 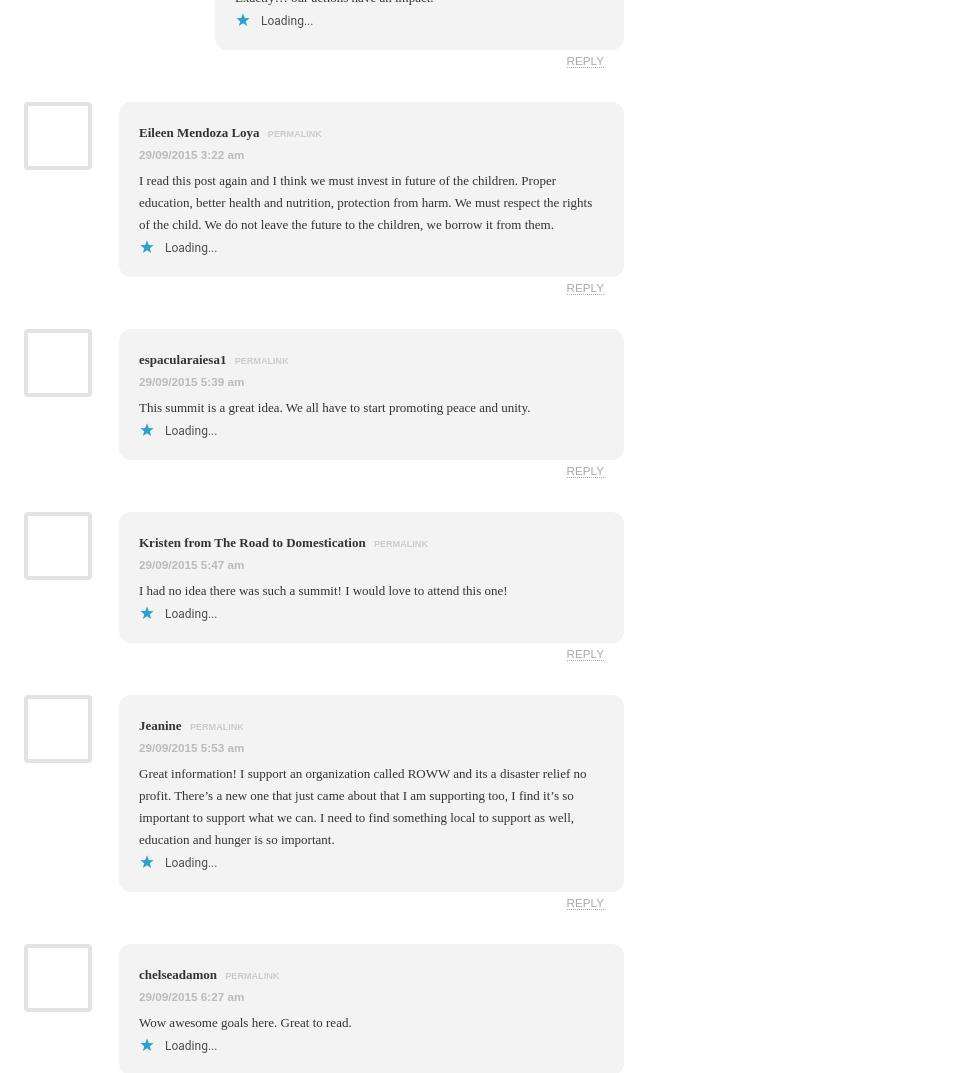 I want to click on 'Wow awesome goals here. Great to read.', so click(x=138, y=1021).